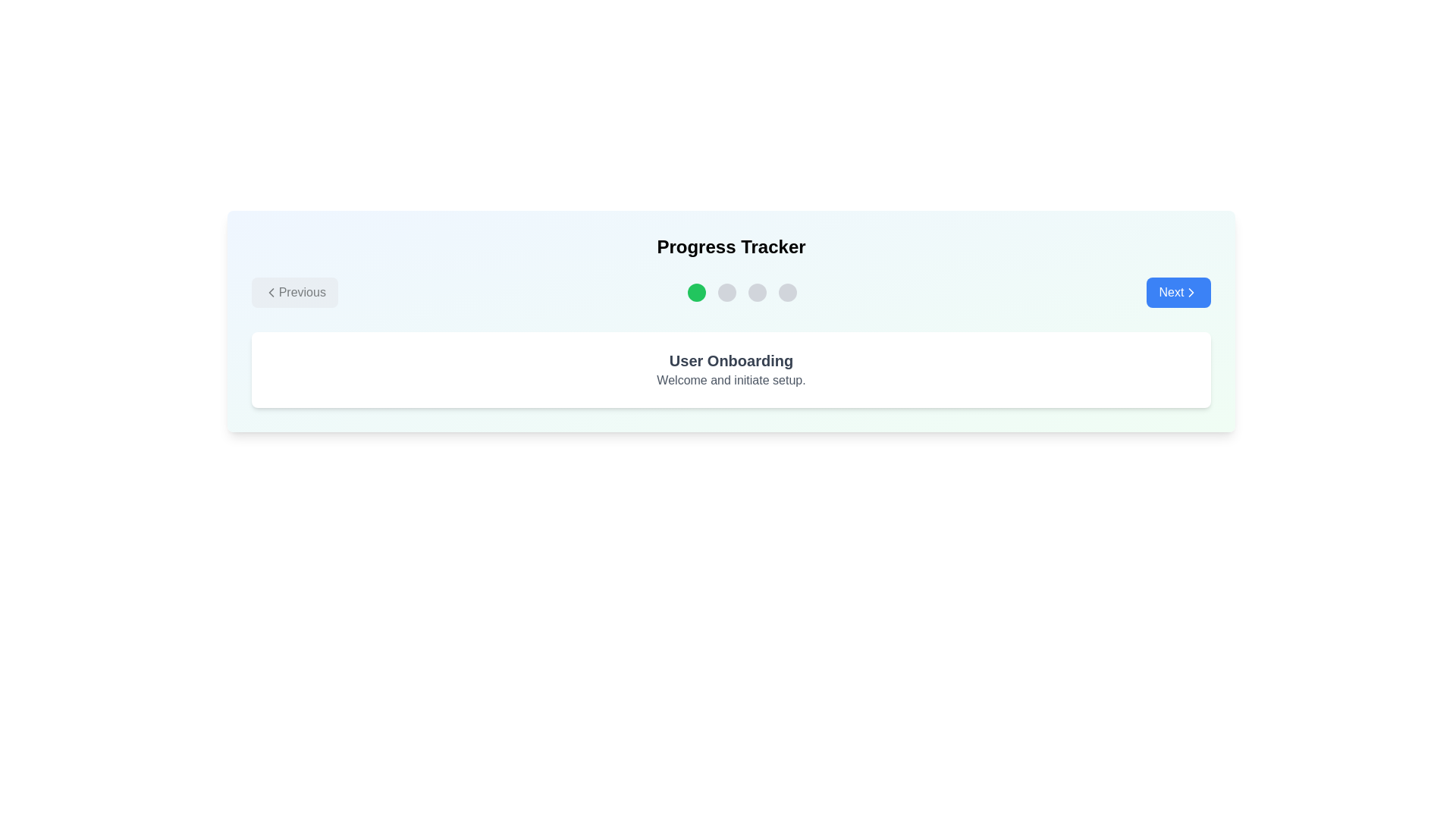 This screenshot has width=1456, height=819. I want to click on the button labeled Next to observe hover effects, so click(1178, 292).